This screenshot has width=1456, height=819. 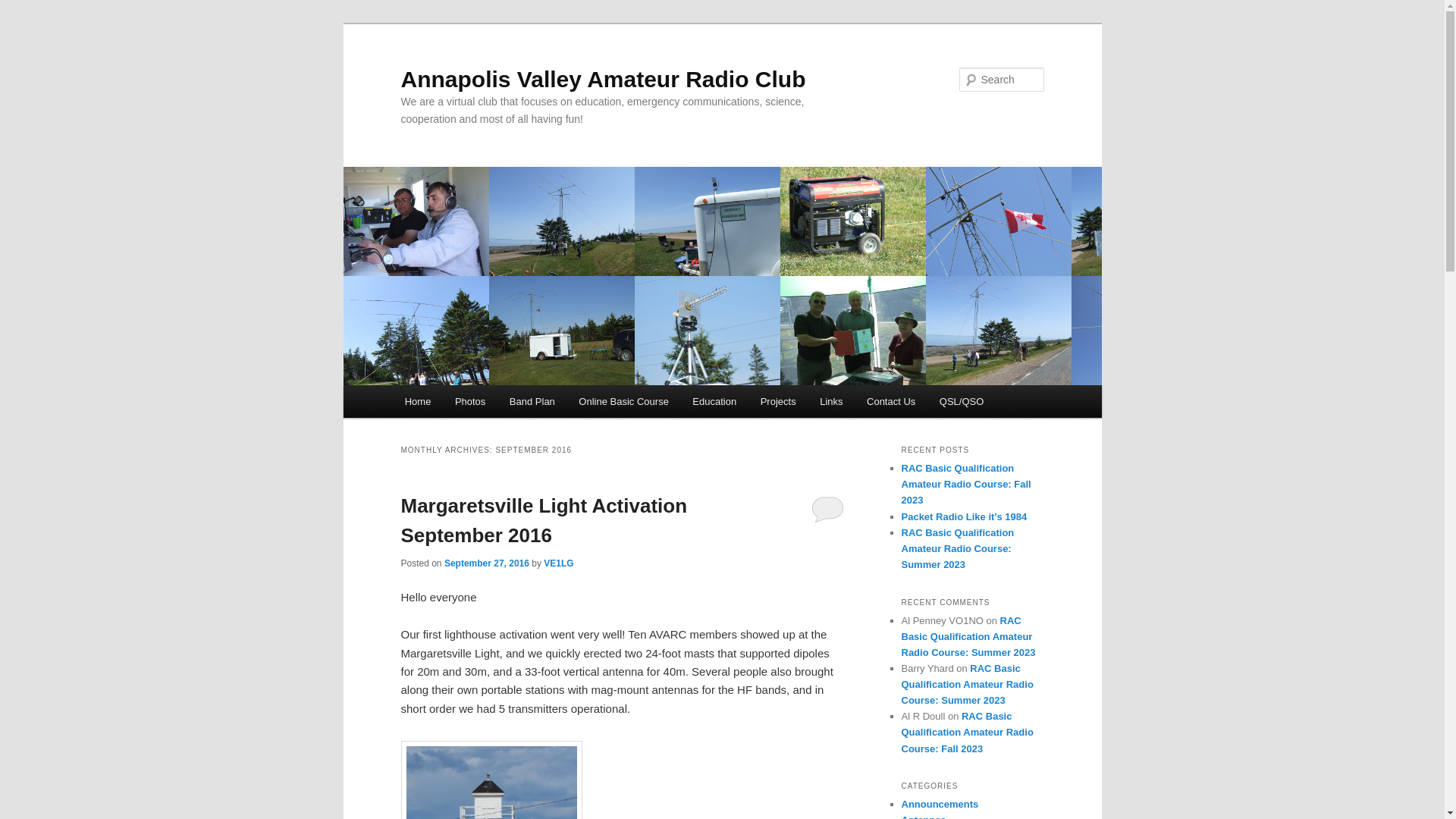 What do you see at coordinates (623, 400) in the screenshot?
I see `'Online Basic Course'` at bounding box center [623, 400].